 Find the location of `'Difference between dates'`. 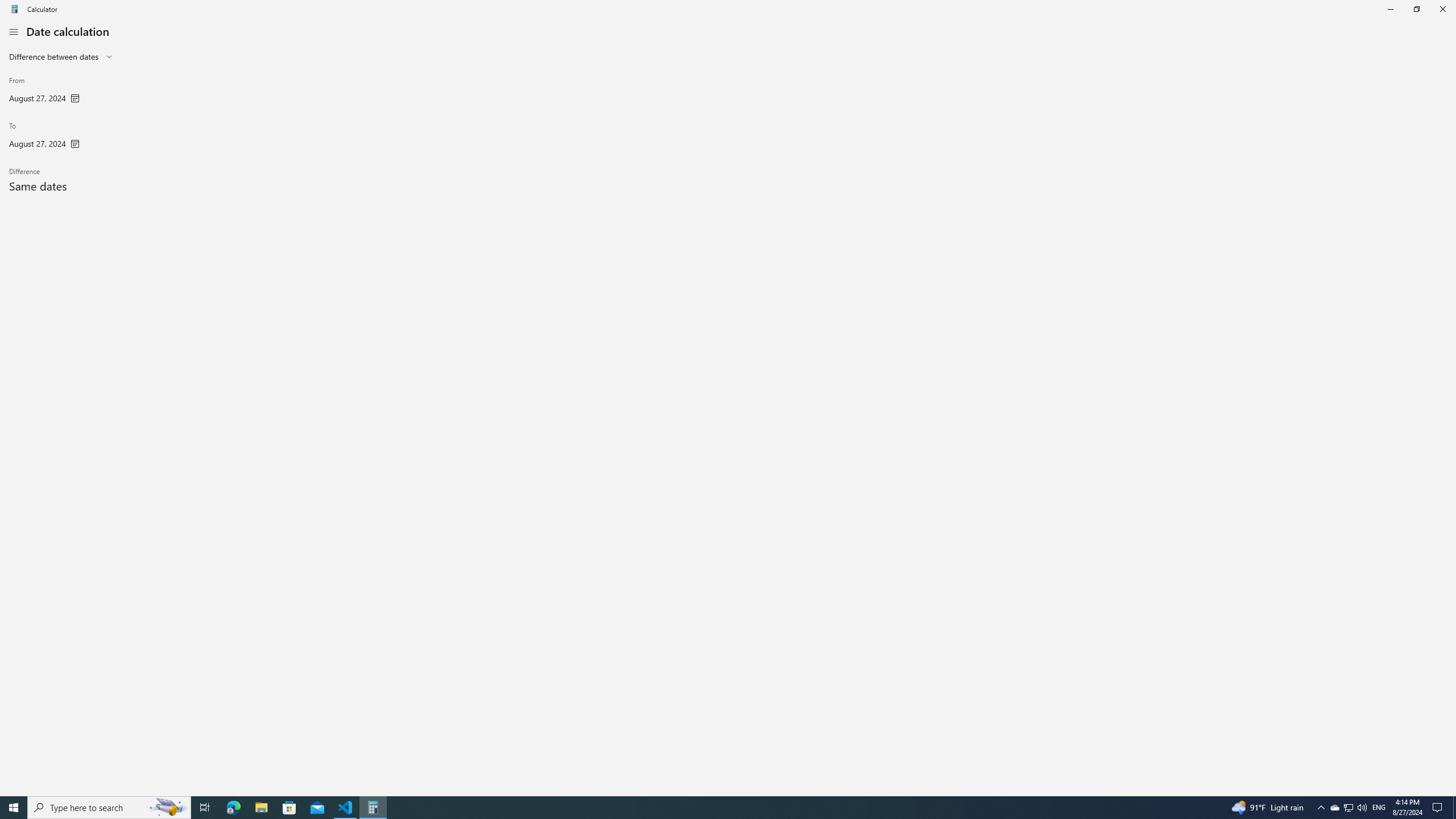

'Difference between dates' is located at coordinates (53, 56).